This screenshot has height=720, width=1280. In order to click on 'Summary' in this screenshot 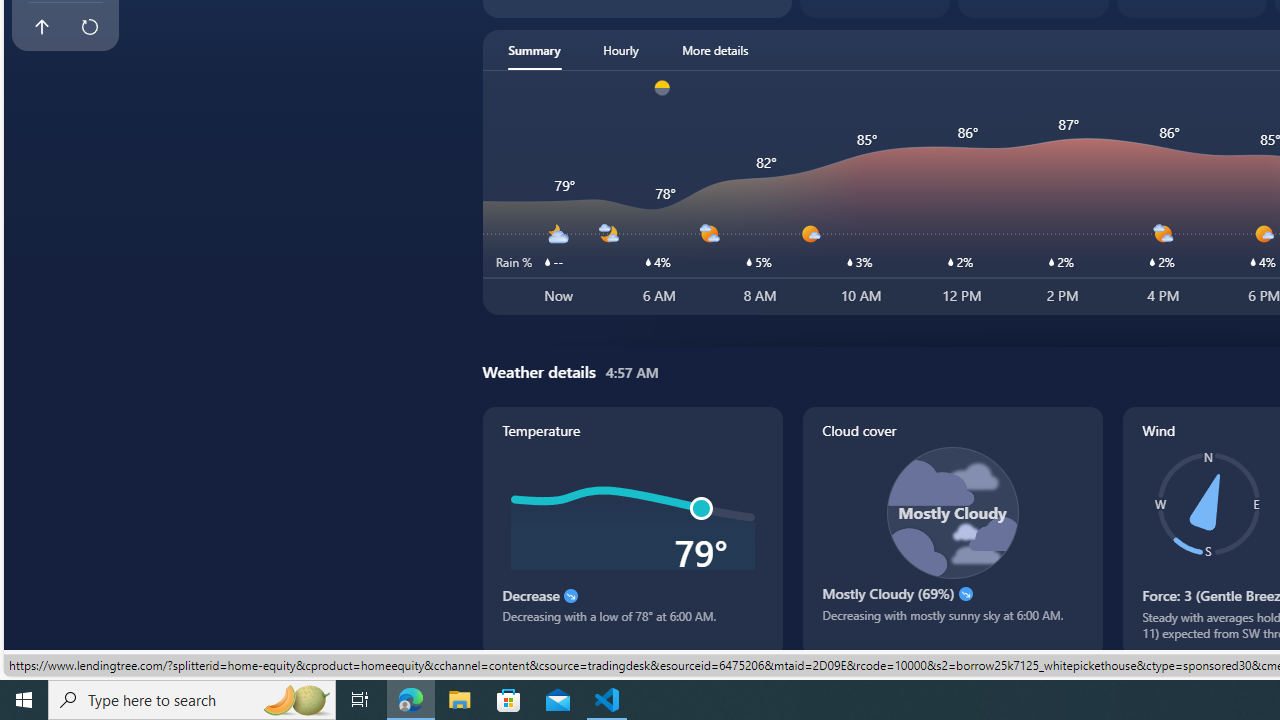, I will do `click(534, 49)`.